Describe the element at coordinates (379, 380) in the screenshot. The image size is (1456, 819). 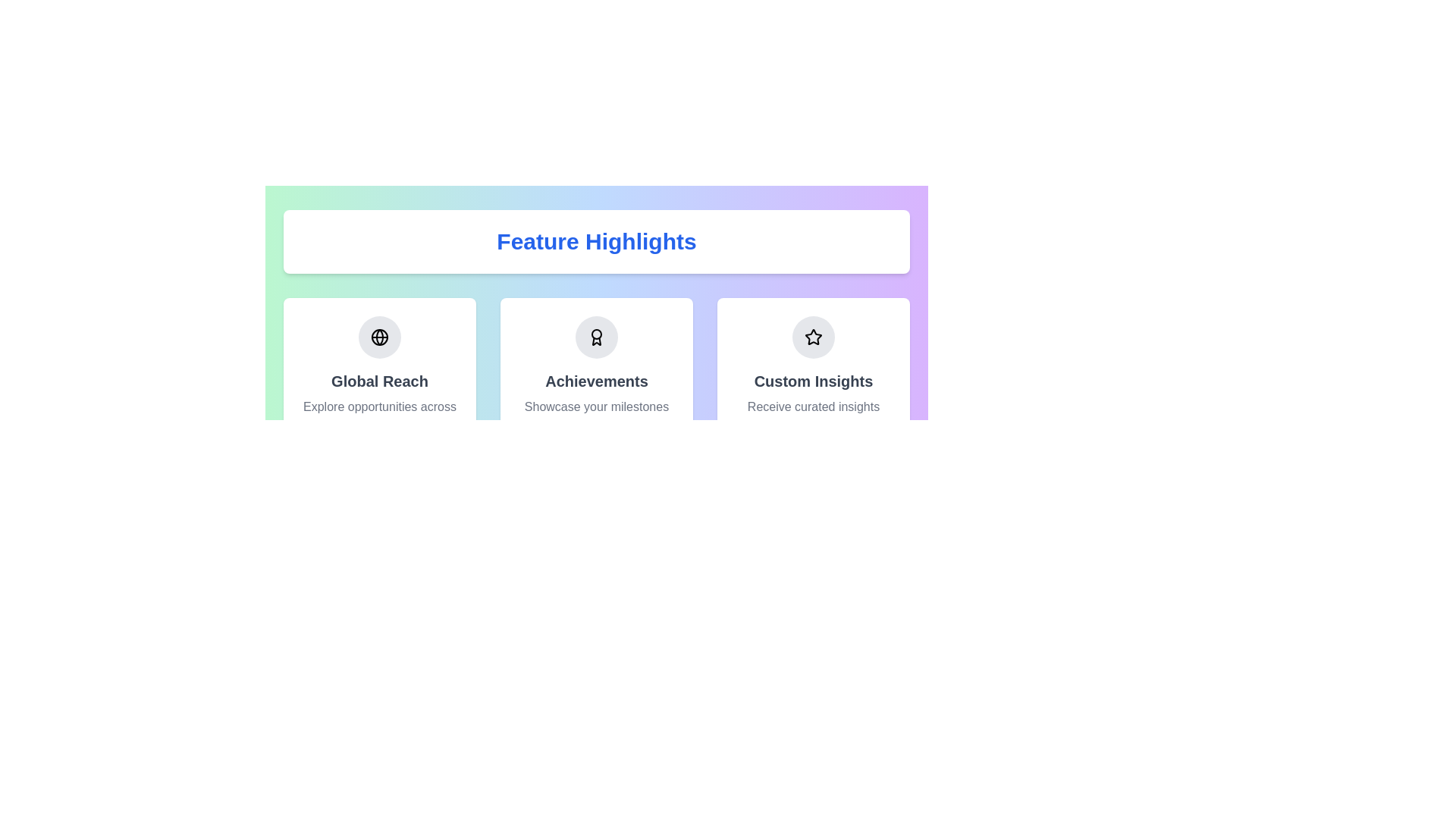
I see `the text label displaying 'Global Reach', which is styled in bold and larger font, located centrally in its card under the 'Feature Highlights' section` at that location.